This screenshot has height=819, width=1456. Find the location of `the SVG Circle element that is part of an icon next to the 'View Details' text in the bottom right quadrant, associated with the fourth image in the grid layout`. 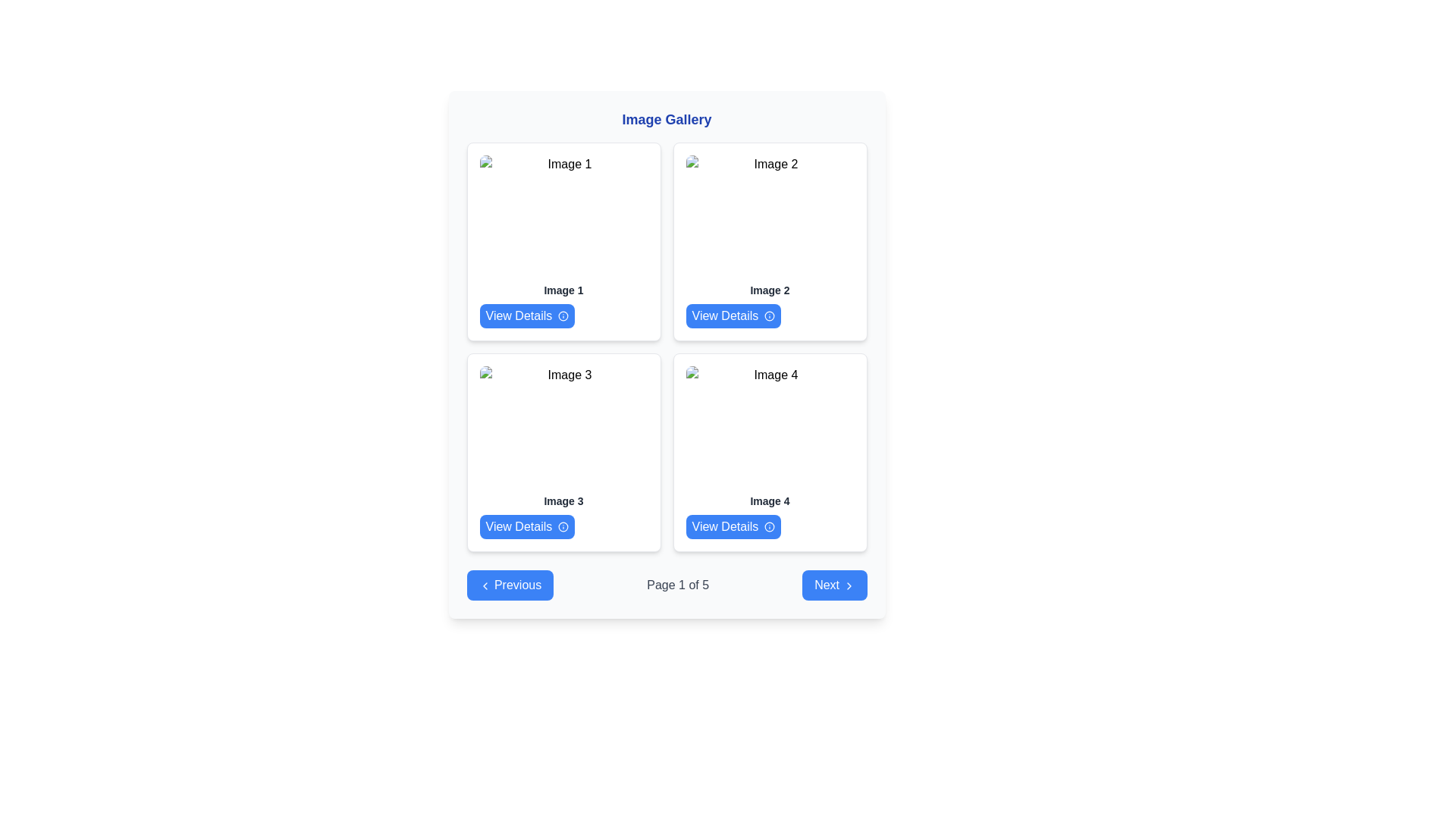

the SVG Circle element that is part of an icon next to the 'View Details' text in the bottom right quadrant, associated with the fourth image in the grid layout is located at coordinates (770, 526).